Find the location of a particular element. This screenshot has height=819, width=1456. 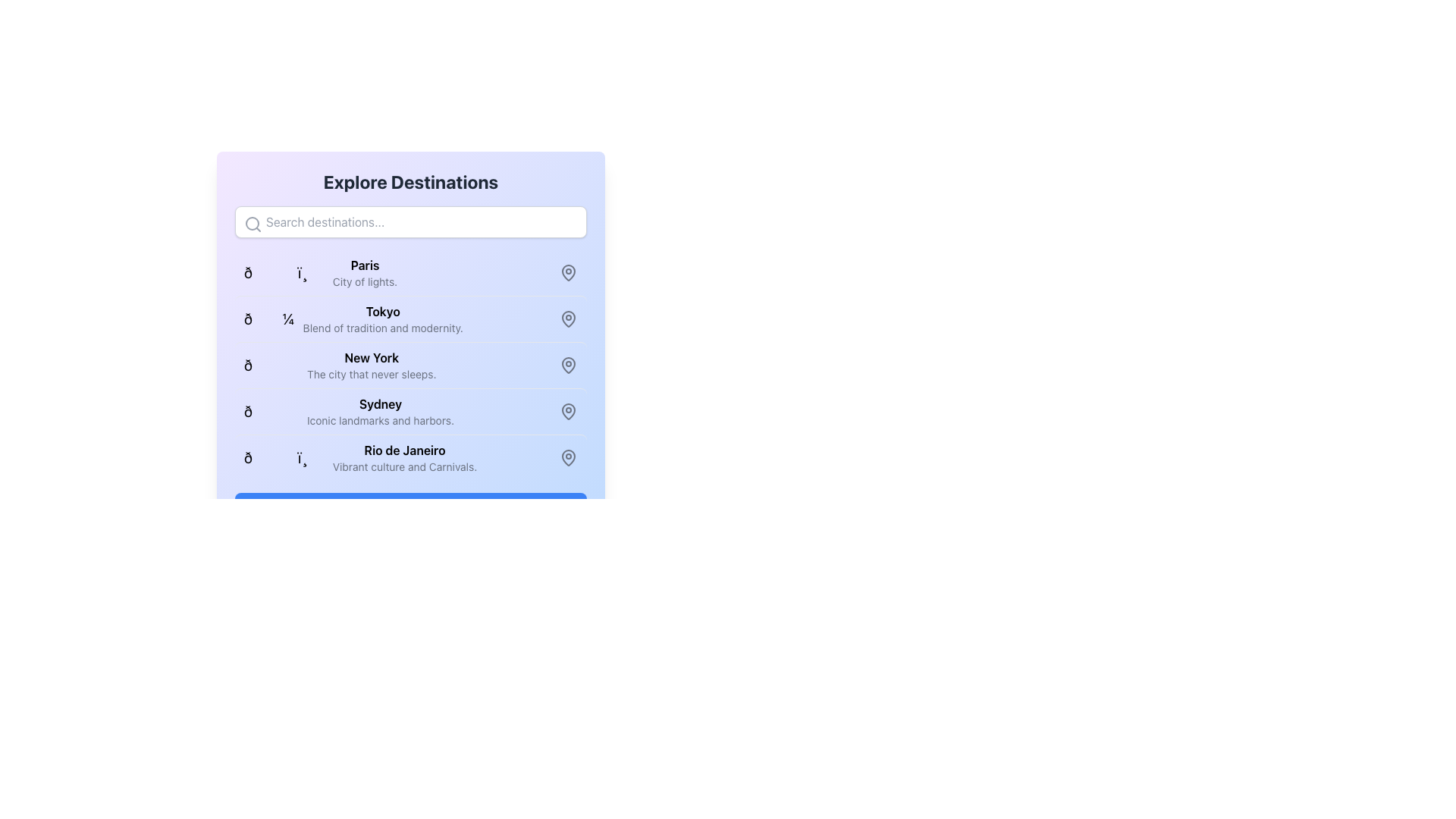

the gray map pin icon located next to the 'Rio de Janeiro' text in the 'Explore Destinations' list is located at coordinates (567, 457).